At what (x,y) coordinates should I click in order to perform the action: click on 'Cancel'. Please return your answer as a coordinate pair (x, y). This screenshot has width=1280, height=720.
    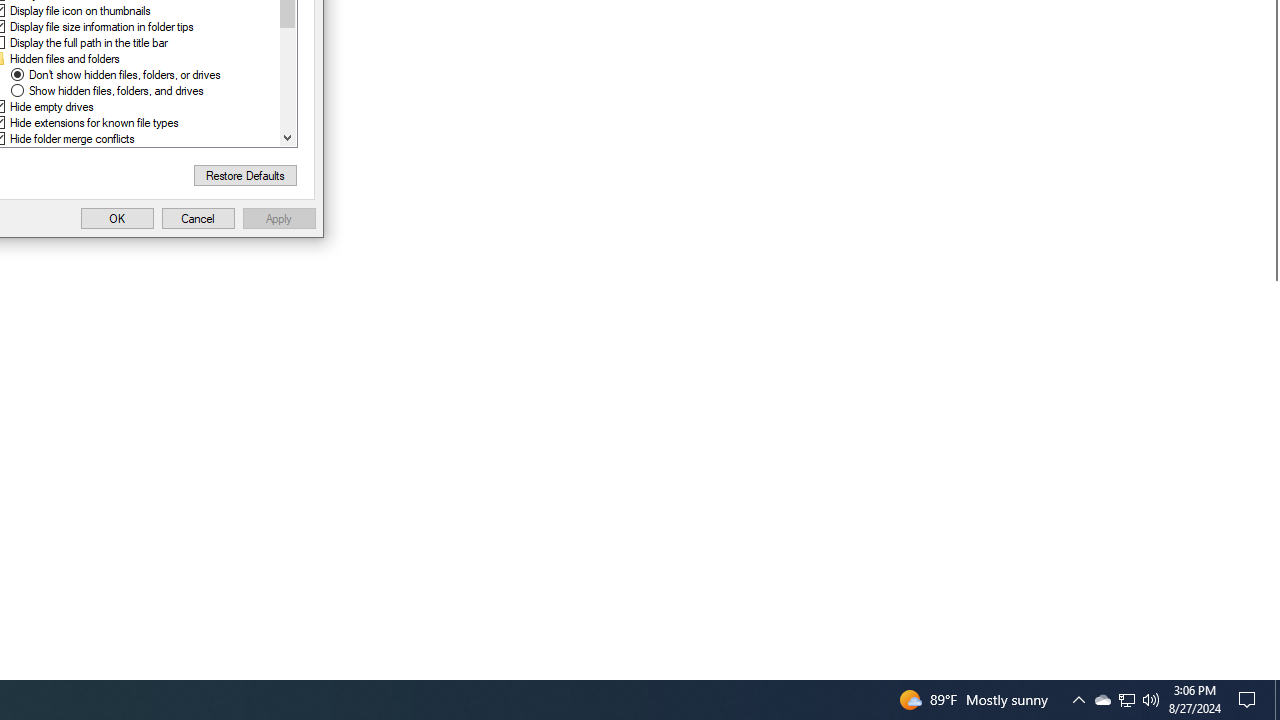
    Looking at the image, I should click on (198, 218).